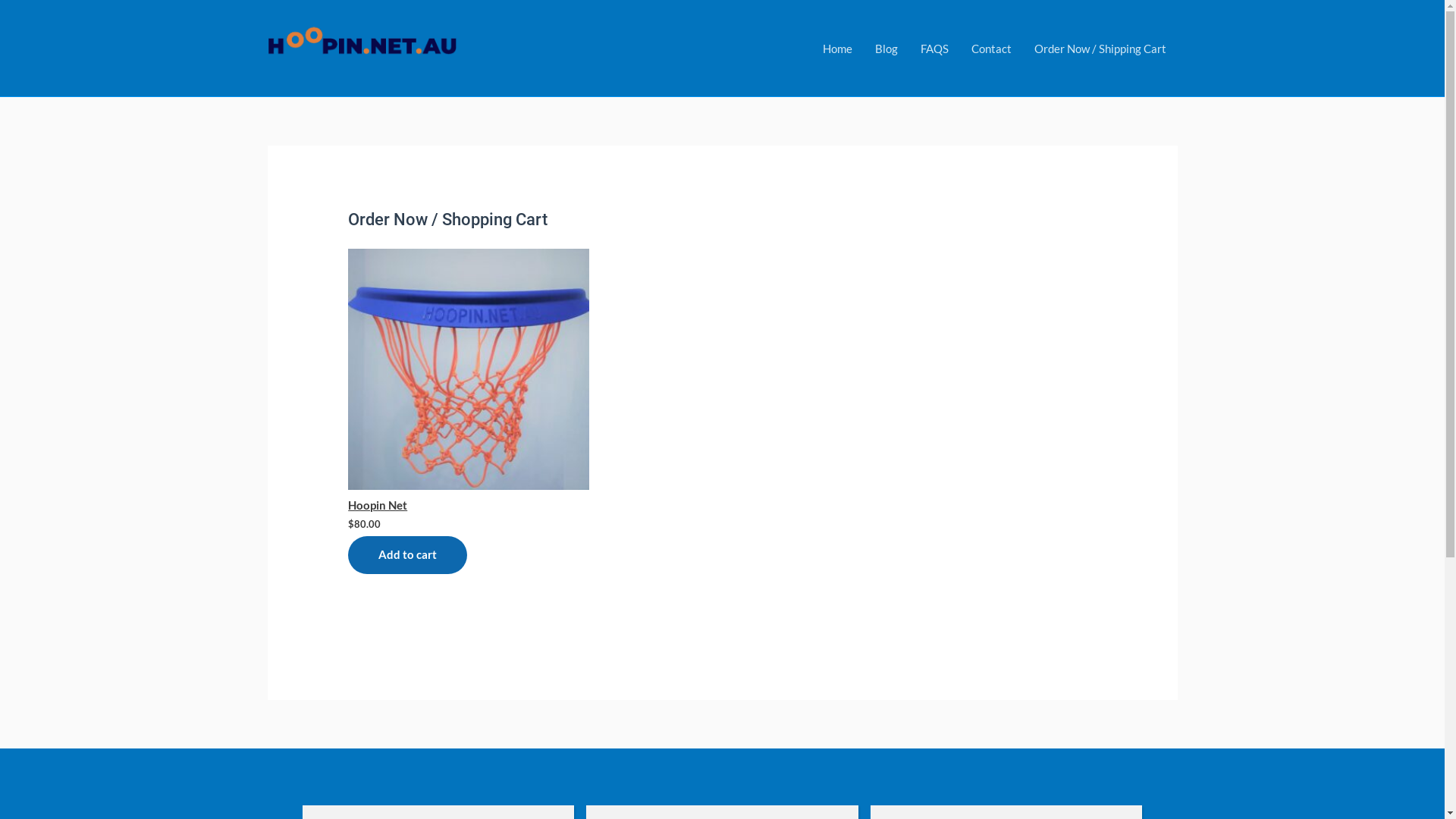 The width and height of the screenshot is (1456, 819). Describe the element at coordinates (836, 46) in the screenshot. I see `'Home'` at that location.